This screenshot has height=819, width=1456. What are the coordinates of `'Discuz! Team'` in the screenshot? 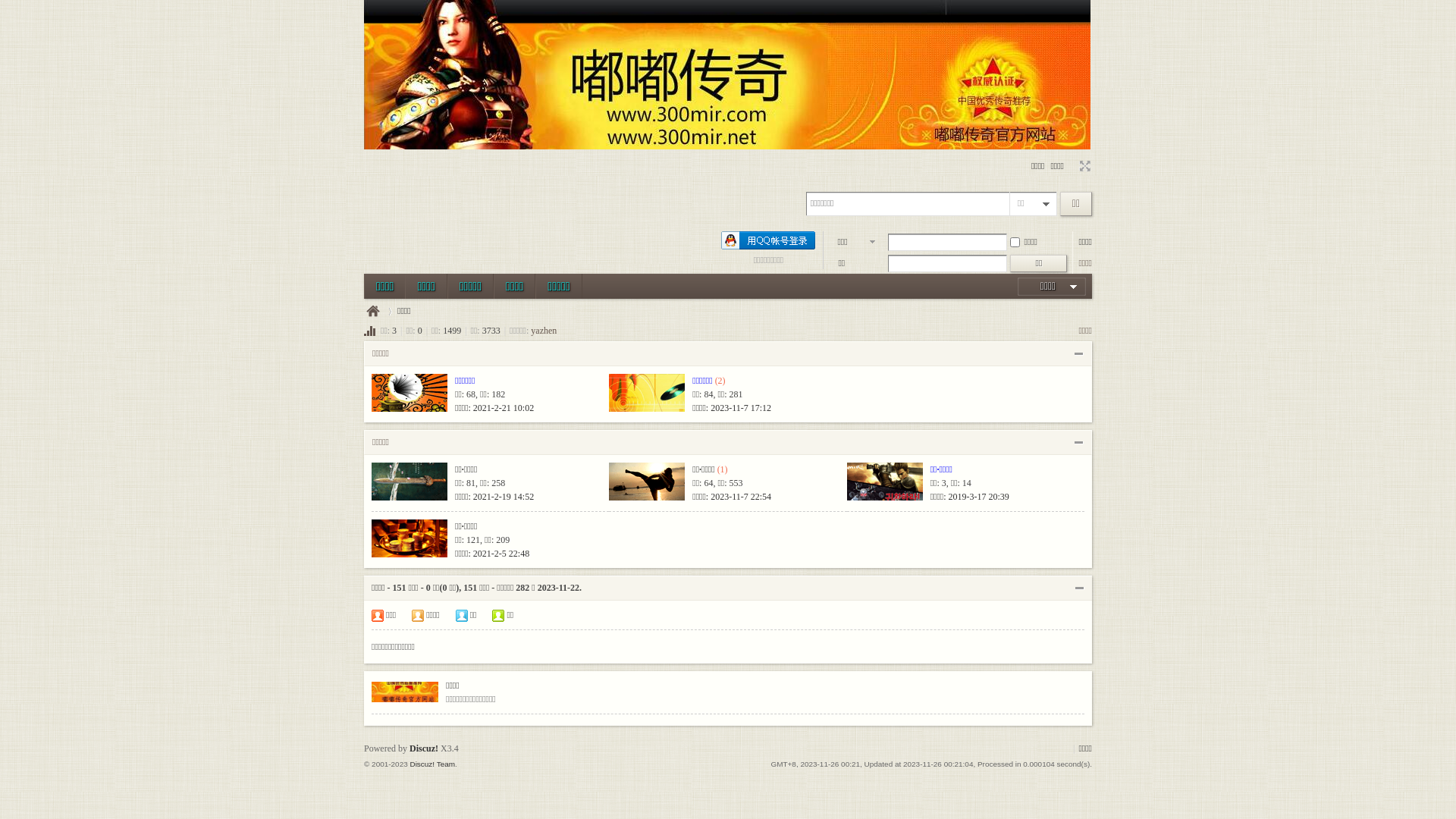 It's located at (431, 764).